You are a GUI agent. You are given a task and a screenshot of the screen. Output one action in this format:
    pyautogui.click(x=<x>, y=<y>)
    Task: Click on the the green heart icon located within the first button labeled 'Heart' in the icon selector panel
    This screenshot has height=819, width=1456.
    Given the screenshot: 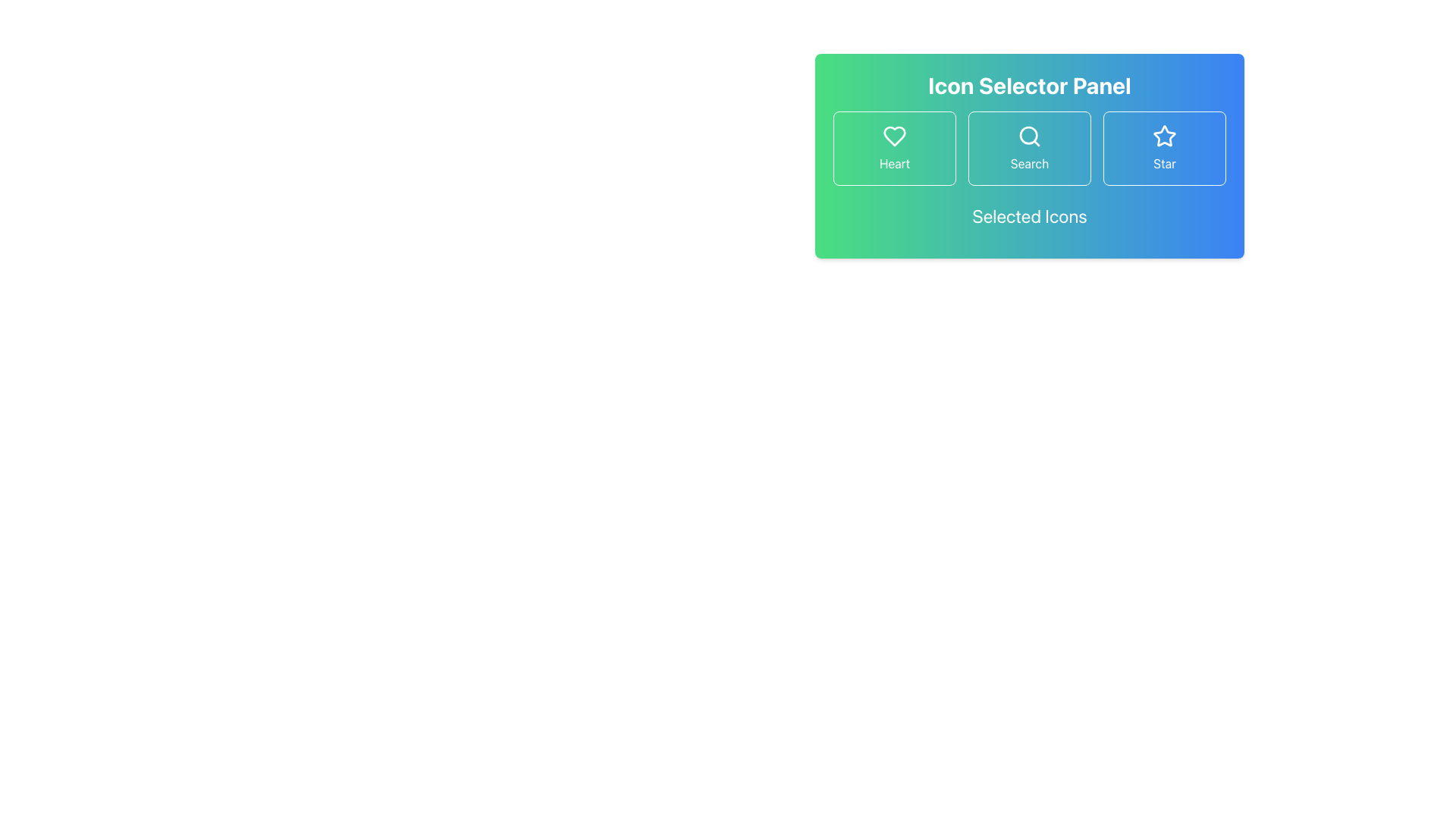 What is the action you would take?
    pyautogui.click(x=895, y=136)
    